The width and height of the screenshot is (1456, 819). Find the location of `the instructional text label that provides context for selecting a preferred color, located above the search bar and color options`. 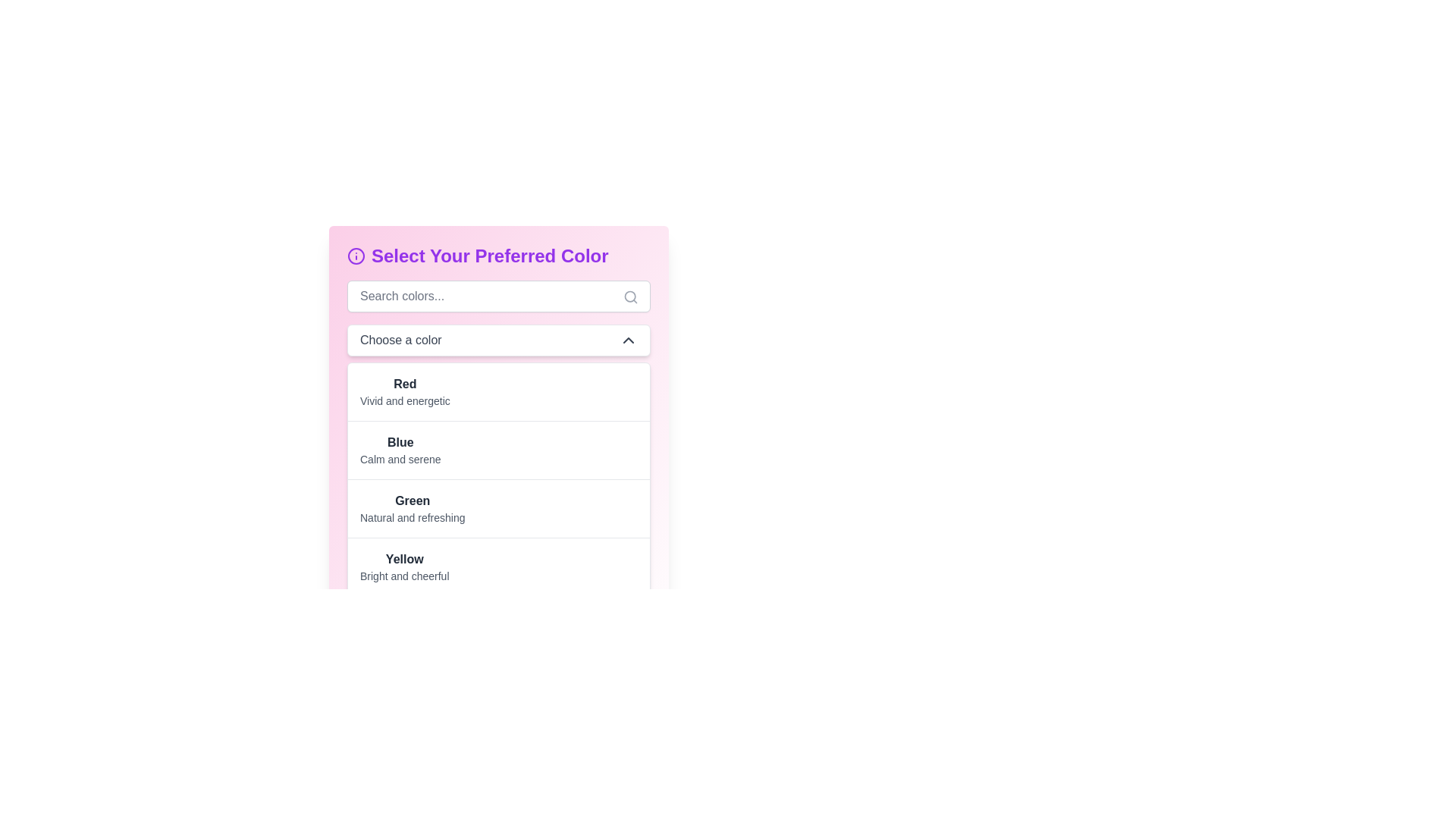

the instructional text label that provides context for selecting a preferred color, located above the search bar and color options is located at coordinates (498, 256).